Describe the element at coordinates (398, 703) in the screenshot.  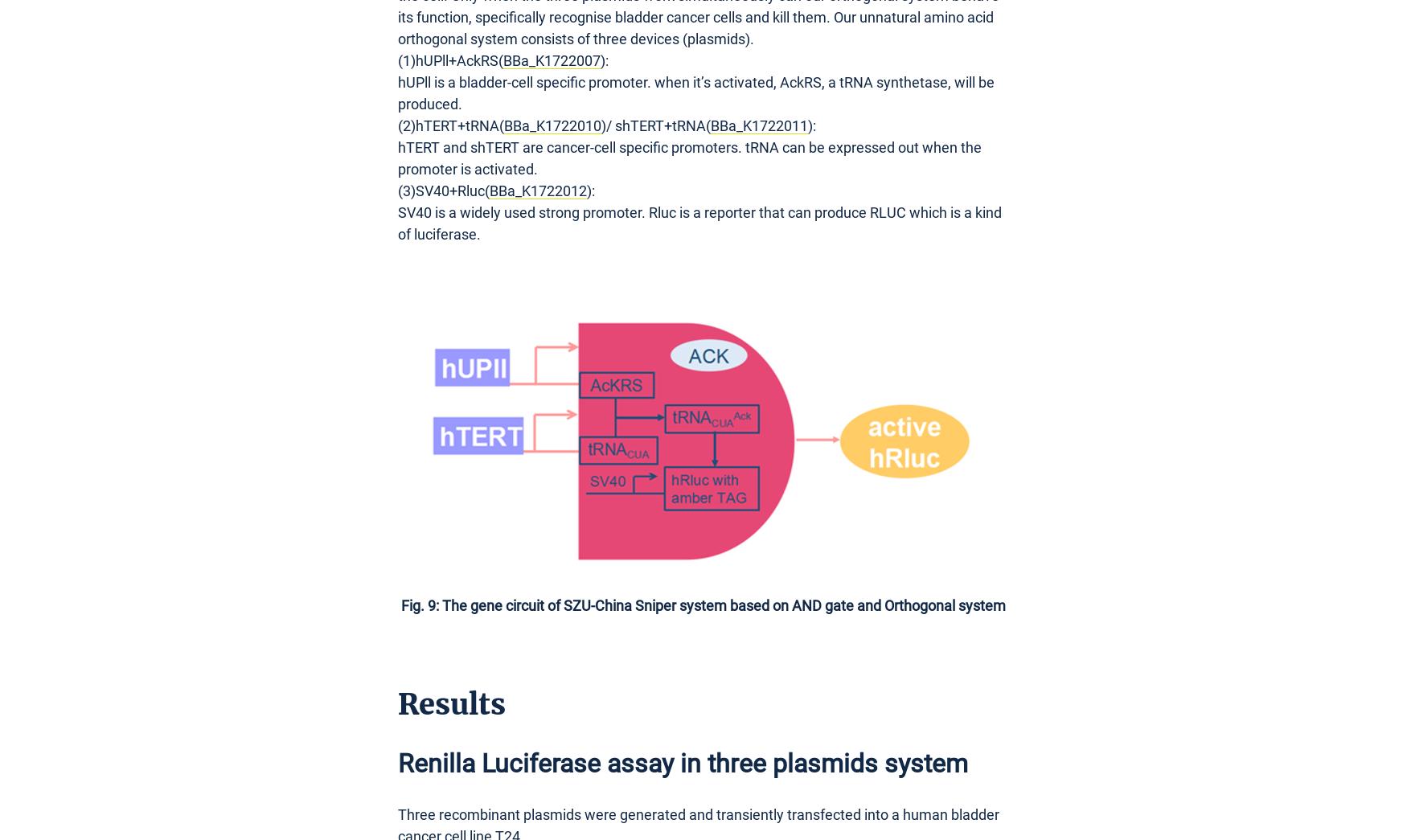
I see `'Results'` at that location.